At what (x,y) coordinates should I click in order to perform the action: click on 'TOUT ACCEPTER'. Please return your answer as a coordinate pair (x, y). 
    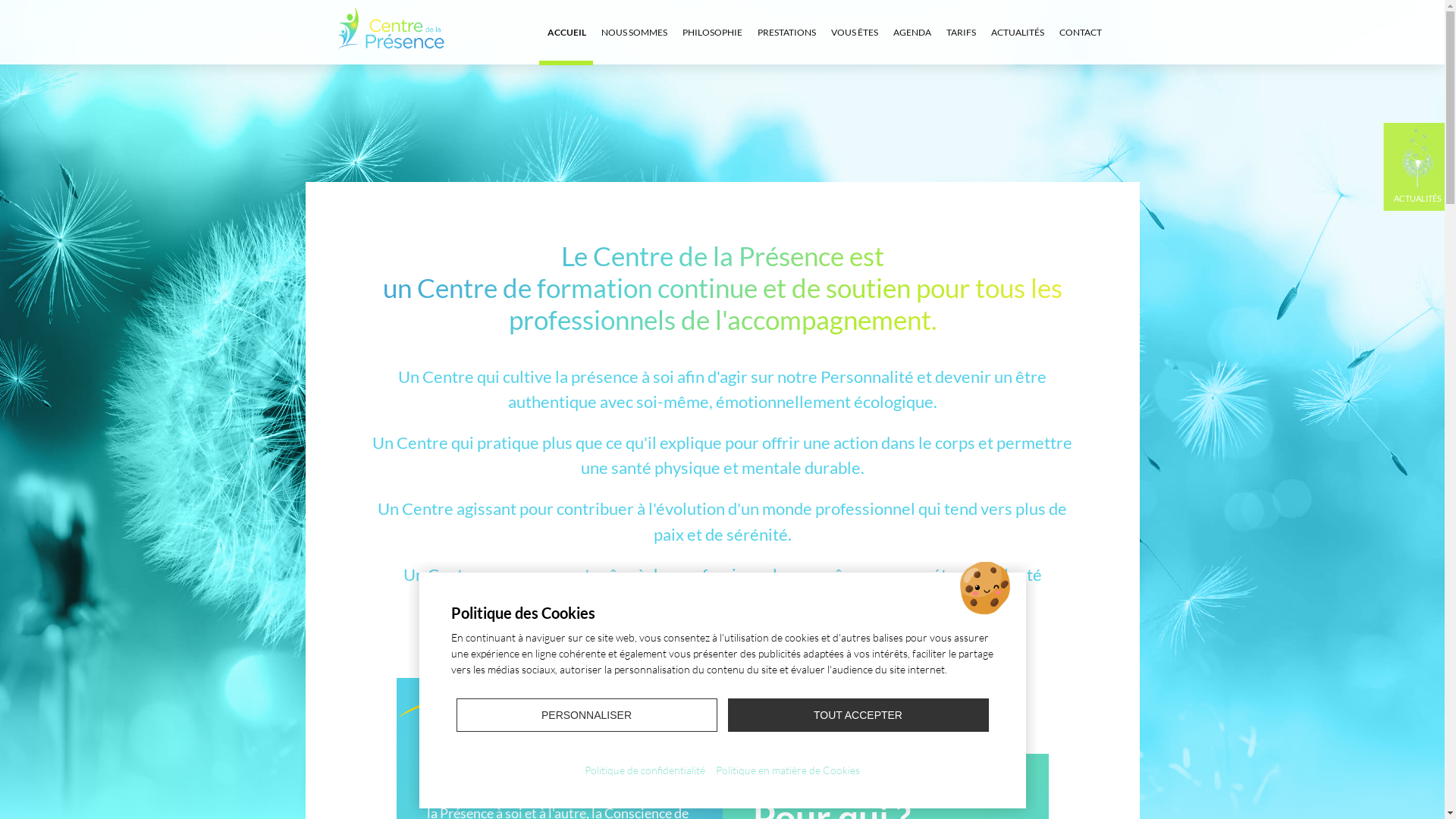
    Looking at the image, I should click on (858, 714).